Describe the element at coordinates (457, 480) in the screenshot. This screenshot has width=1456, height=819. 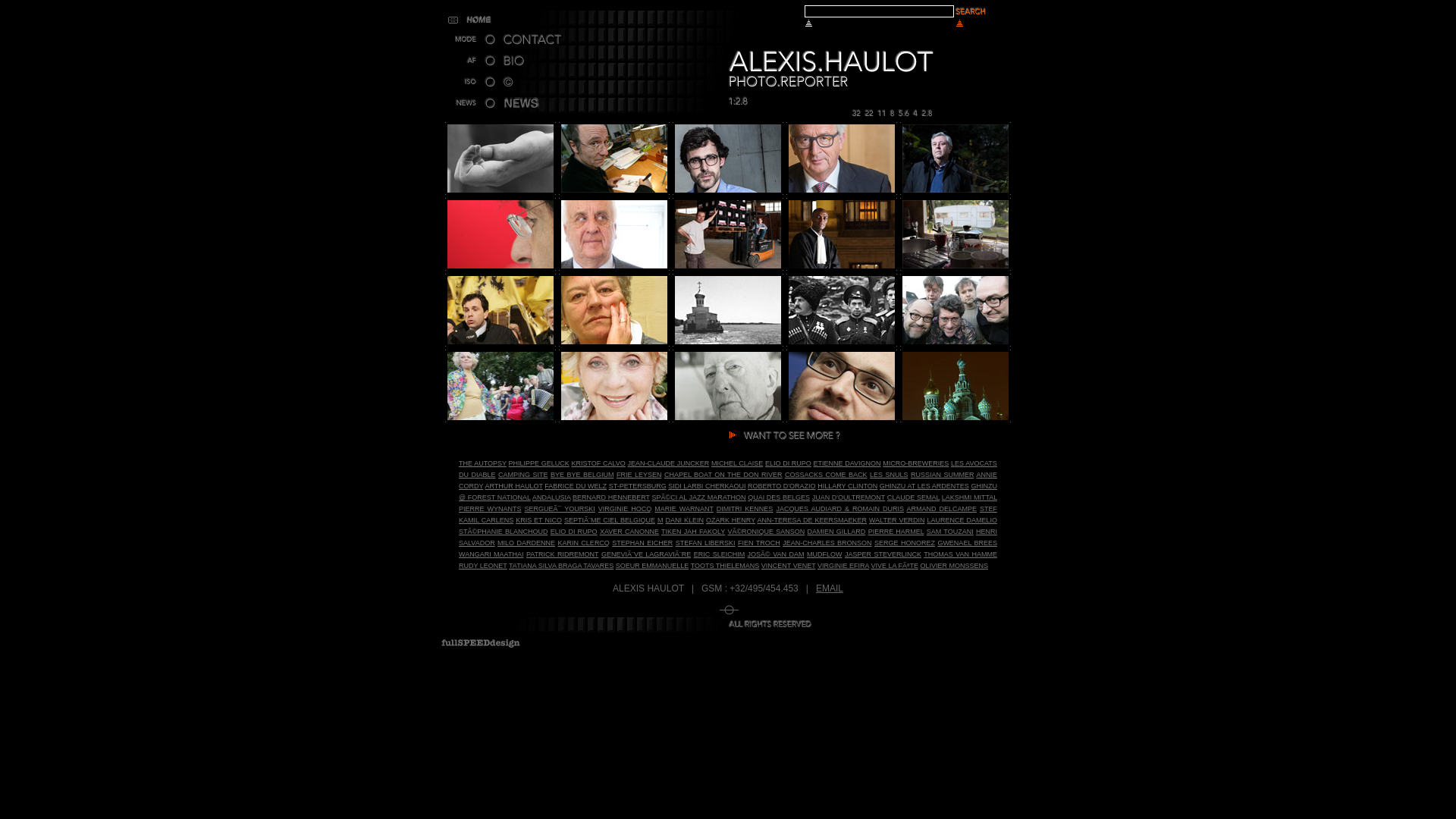
I see `'ANNIE CORDY'` at that location.